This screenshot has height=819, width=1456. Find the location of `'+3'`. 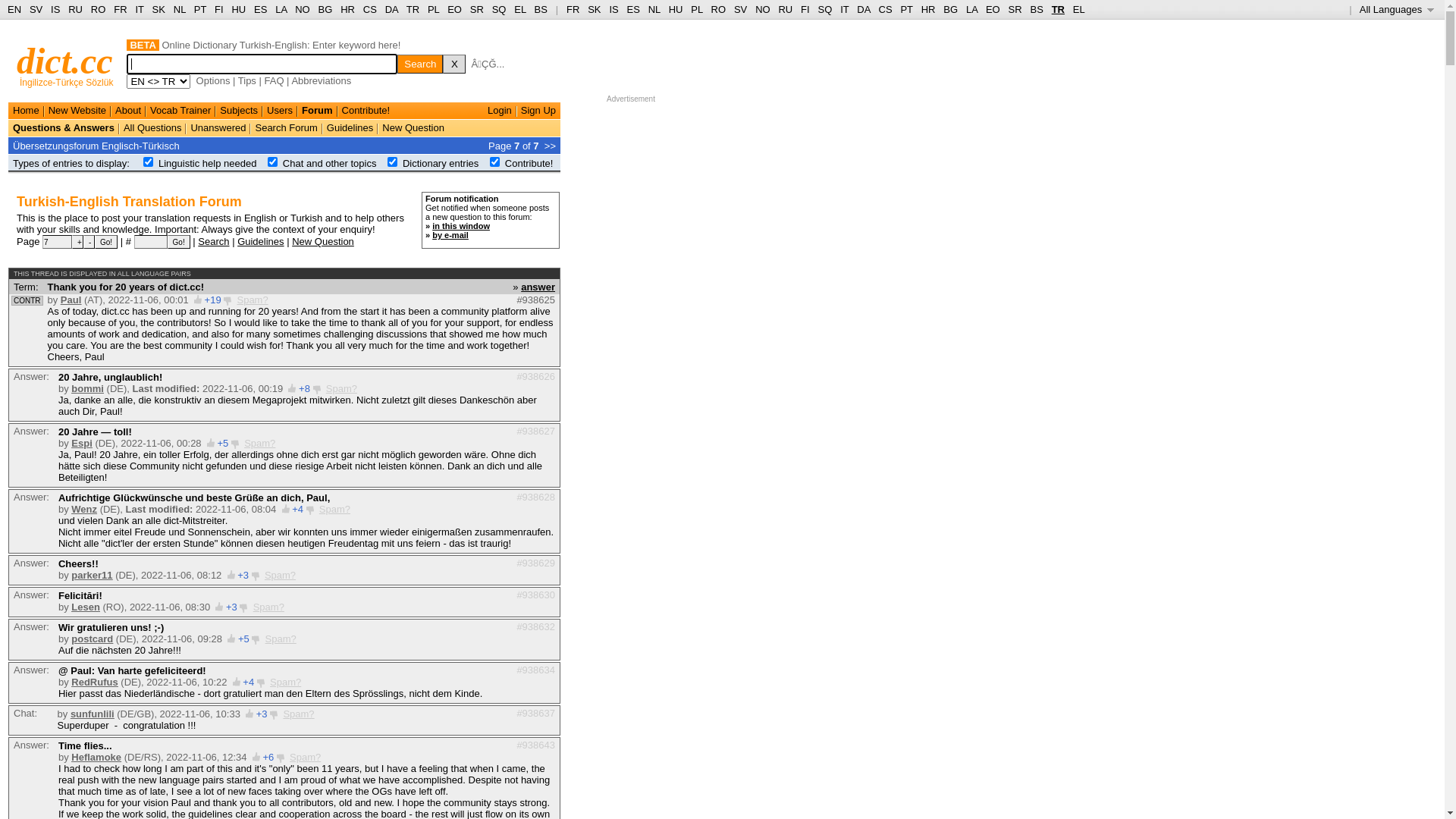

'+3' is located at coordinates (231, 606).